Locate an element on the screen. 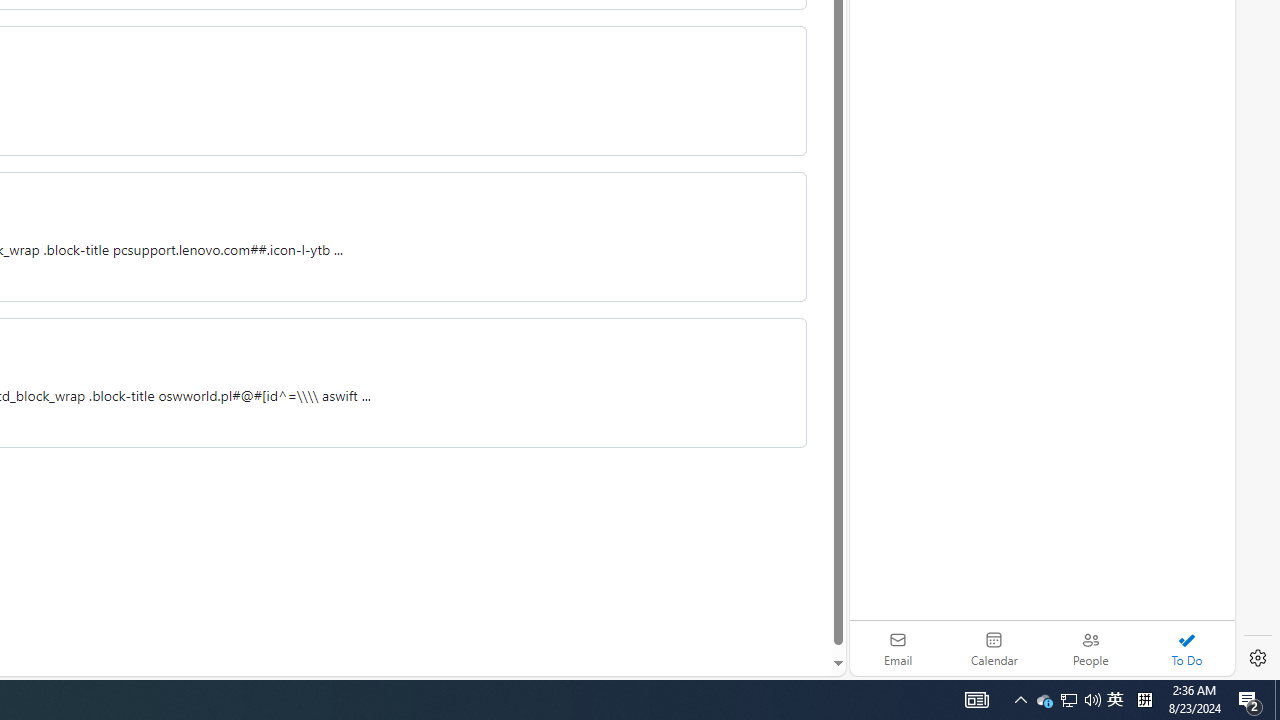 The height and width of the screenshot is (720, 1280). 'People' is located at coordinates (1089, 648).